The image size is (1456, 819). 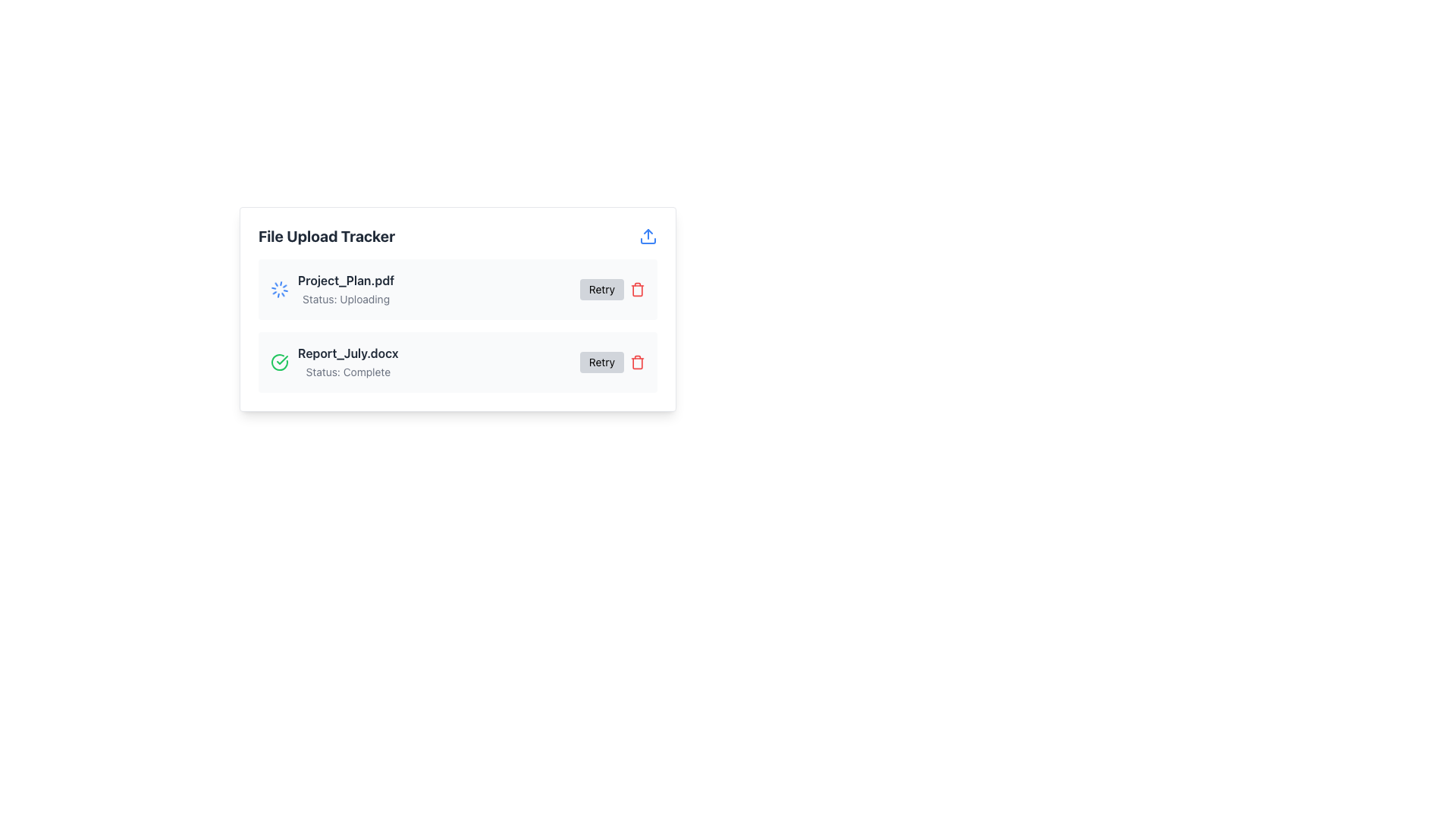 I want to click on the delete icon button located next to the 'Retry' button, so click(x=637, y=362).